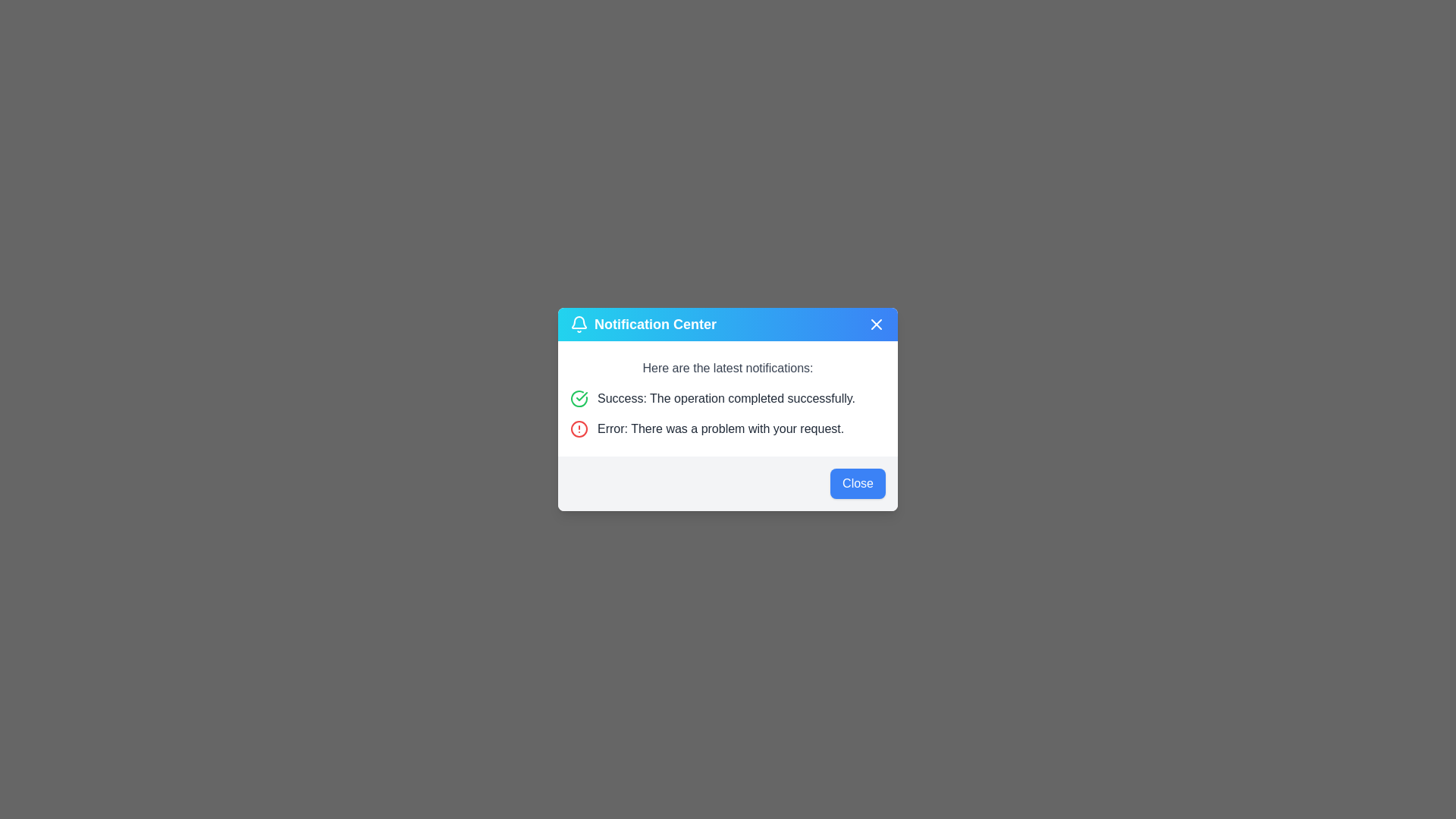 Image resolution: width=1456 pixels, height=819 pixels. Describe the element at coordinates (877, 324) in the screenshot. I see `the close button represented by an 'X' icon in a circular background at the top-right corner of the notification panel` at that location.